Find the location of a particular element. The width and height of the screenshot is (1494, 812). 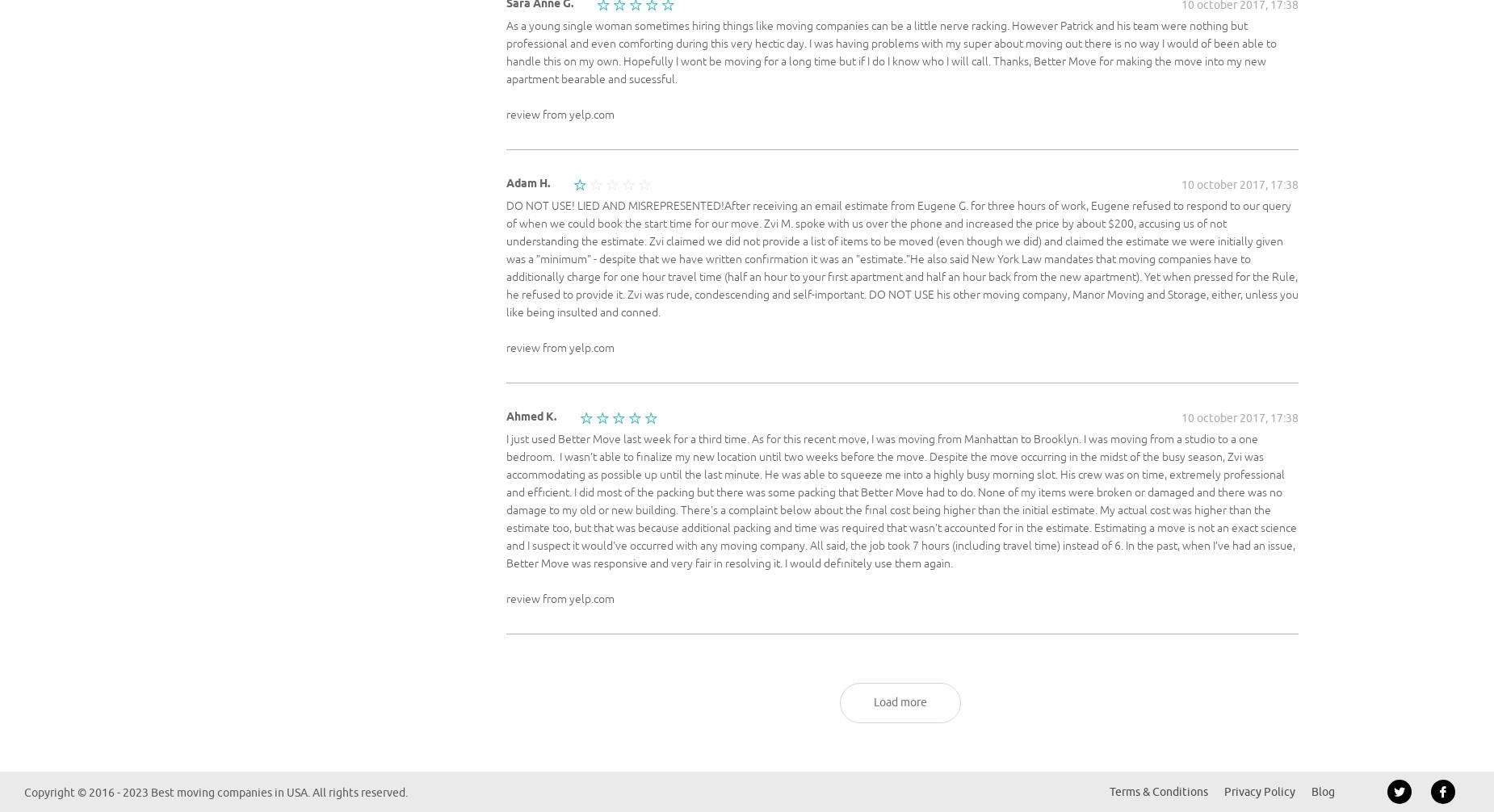

'Ahmed K.' is located at coordinates (531, 415).